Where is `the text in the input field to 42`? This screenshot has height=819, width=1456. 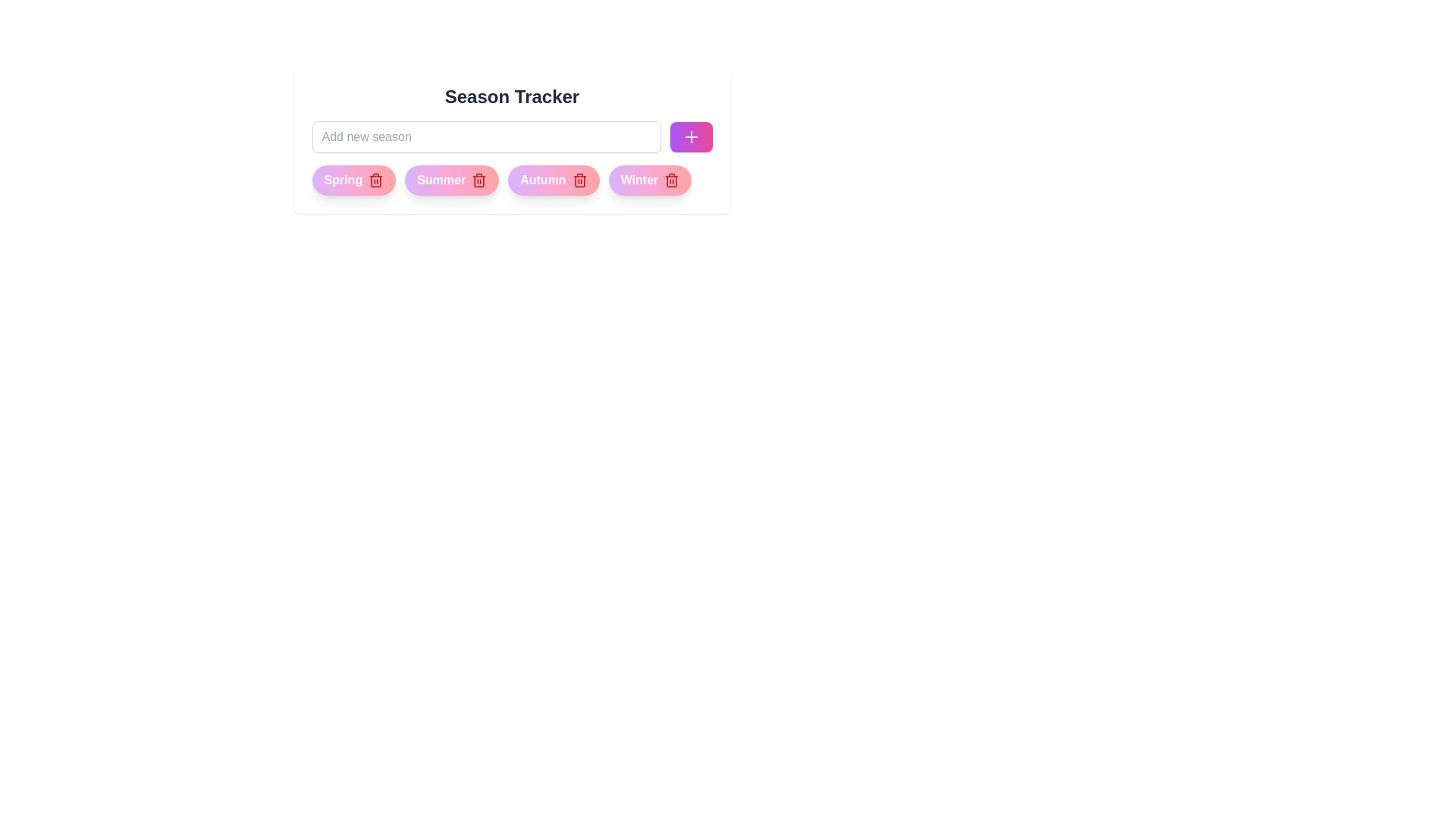 the text in the input field to 42 is located at coordinates (486, 137).